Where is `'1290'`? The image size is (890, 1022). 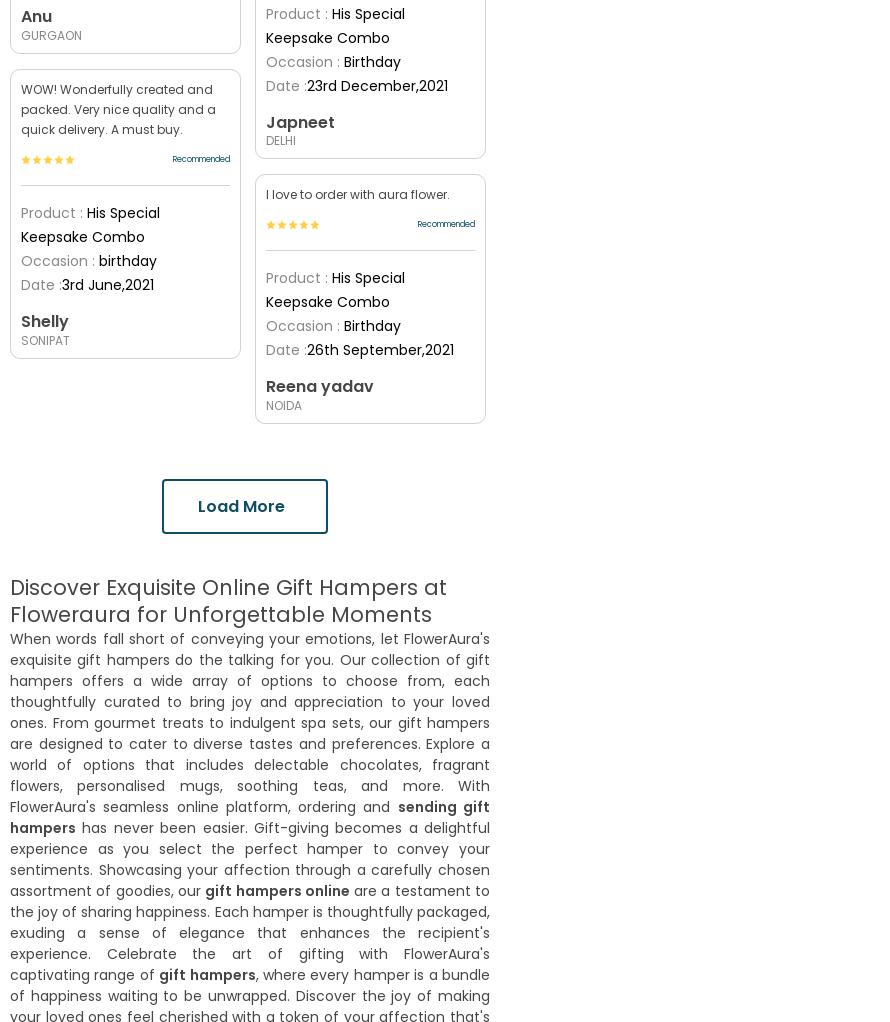
'1290' is located at coordinates (292, 565).